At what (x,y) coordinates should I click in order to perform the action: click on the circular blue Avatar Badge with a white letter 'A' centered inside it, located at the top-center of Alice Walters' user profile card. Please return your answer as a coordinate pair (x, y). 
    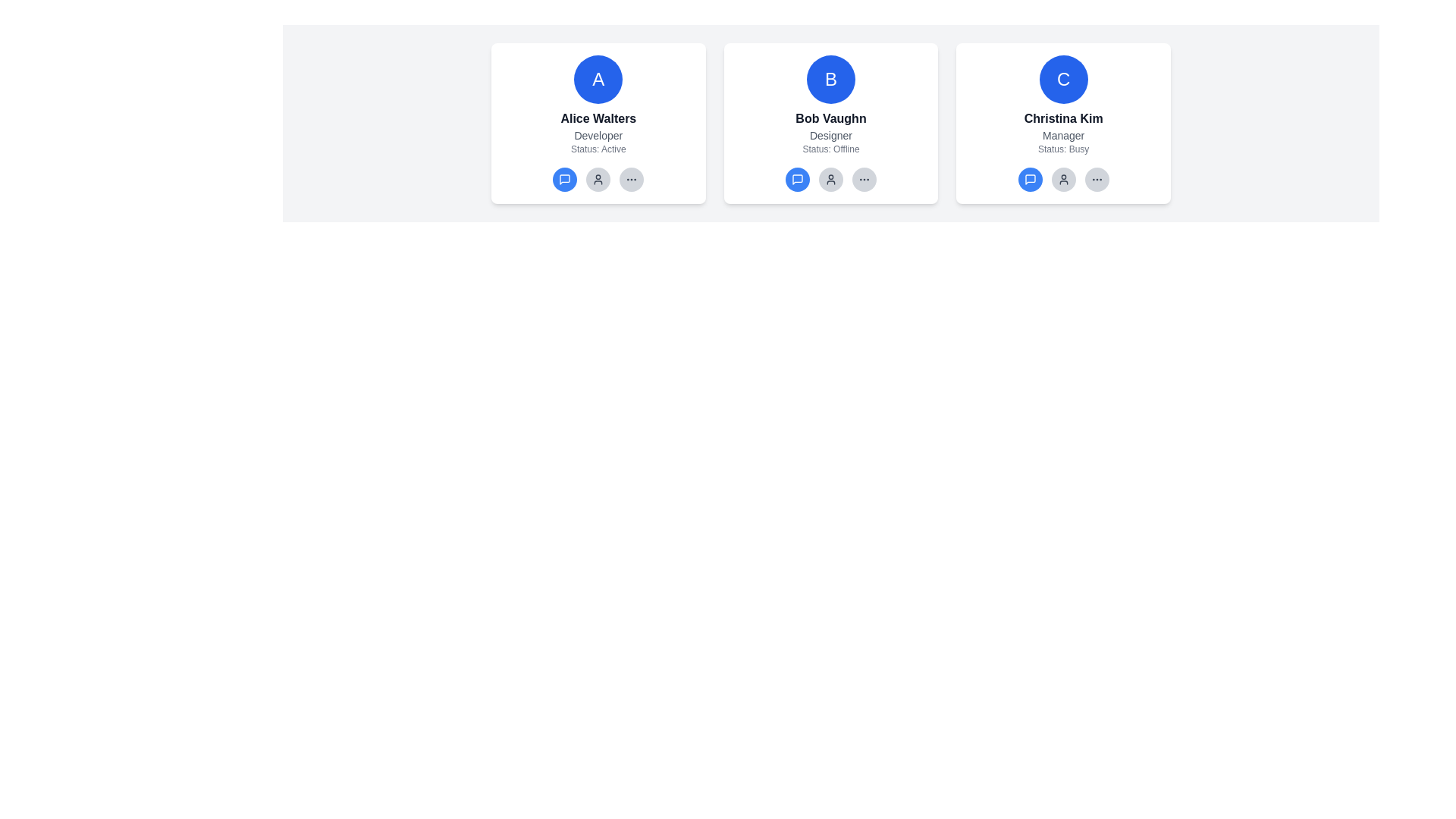
    Looking at the image, I should click on (598, 79).